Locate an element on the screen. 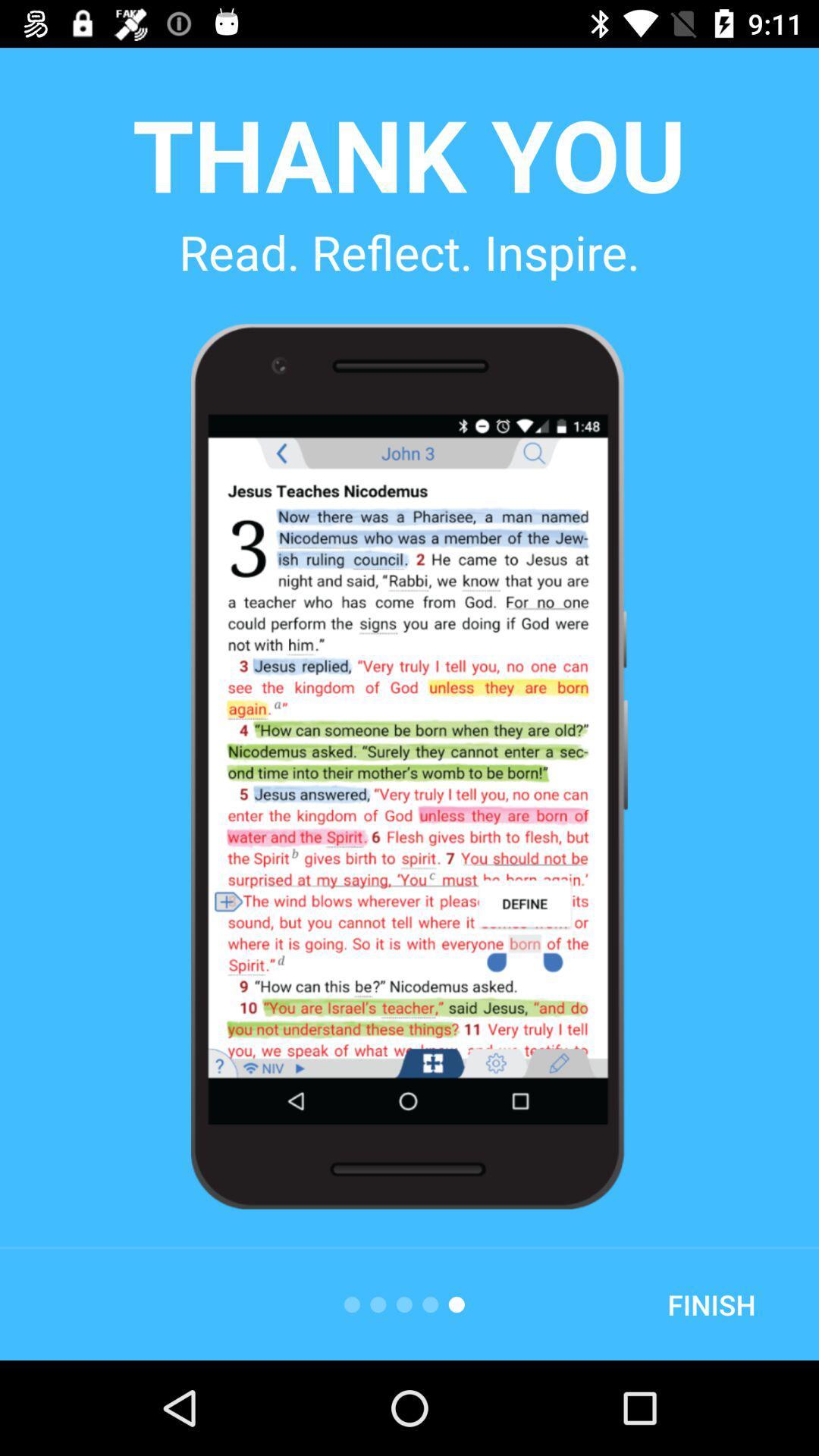  thank you item is located at coordinates (408, 153).